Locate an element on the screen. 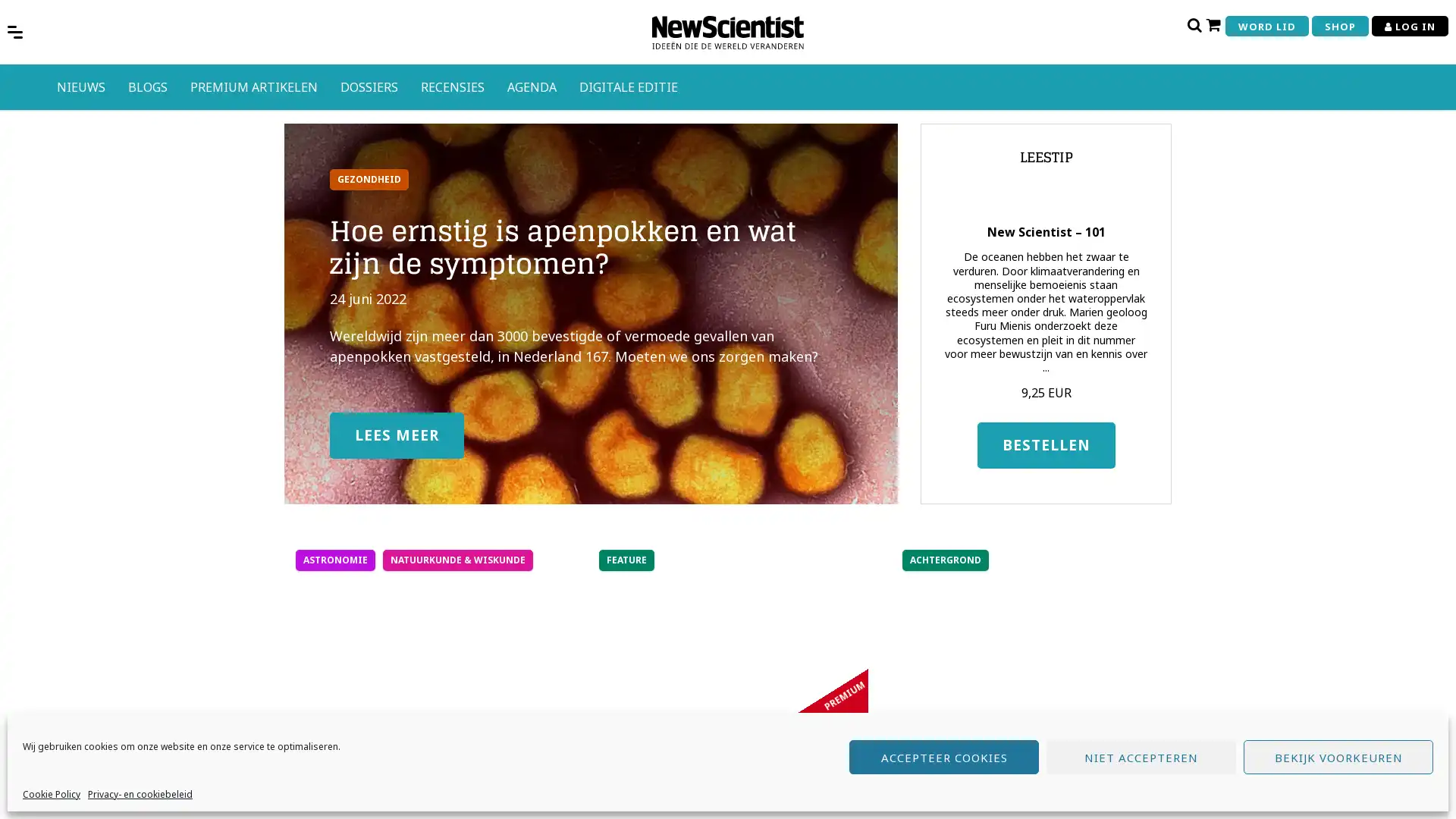  ACCEPTEER COOKIES is located at coordinates (943, 757).